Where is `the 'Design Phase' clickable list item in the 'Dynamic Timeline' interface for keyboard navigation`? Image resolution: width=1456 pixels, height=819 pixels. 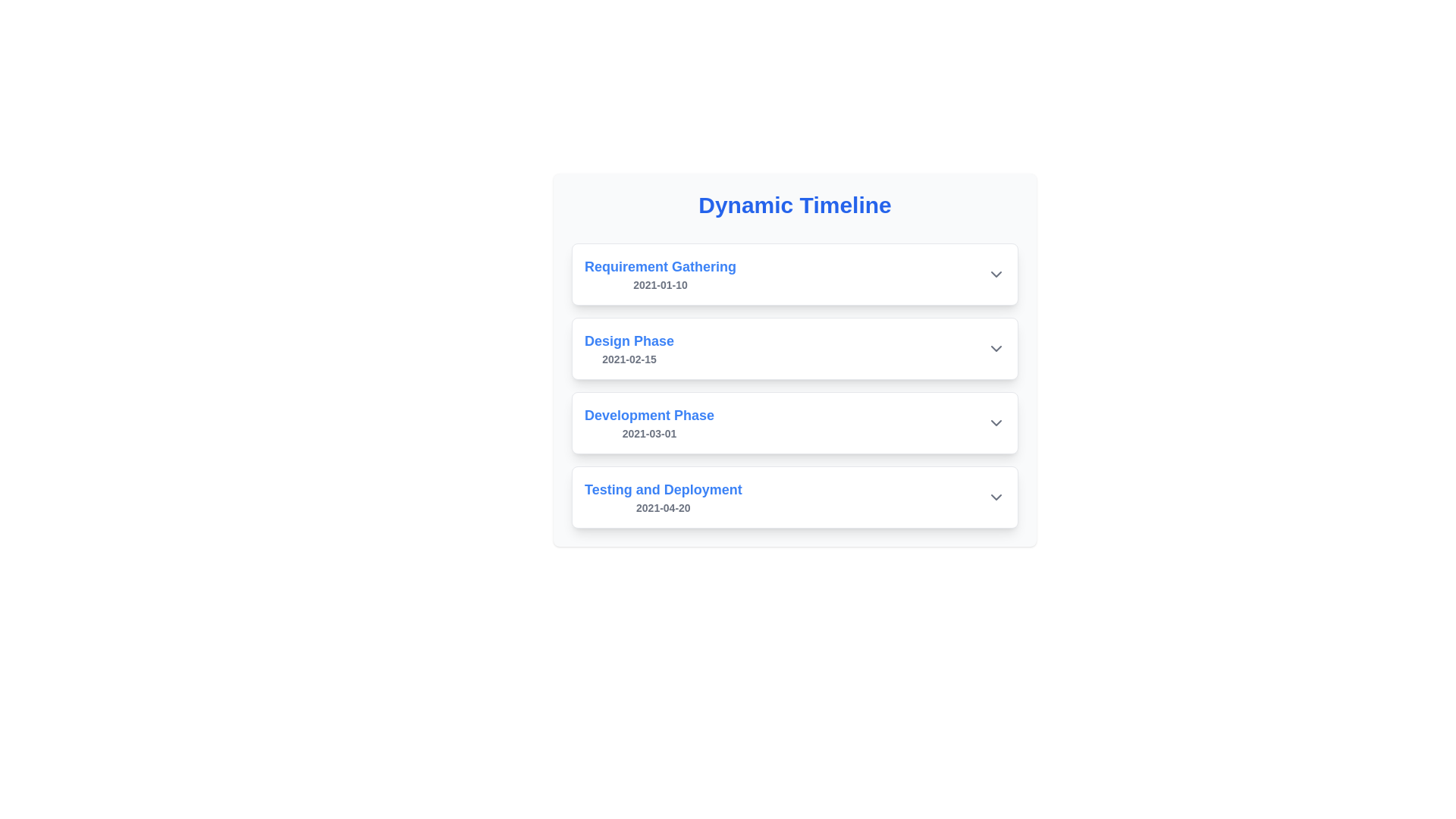 the 'Design Phase' clickable list item in the 'Dynamic Timeline' interface for keyboard navigation is located at coordinates (794, 348).